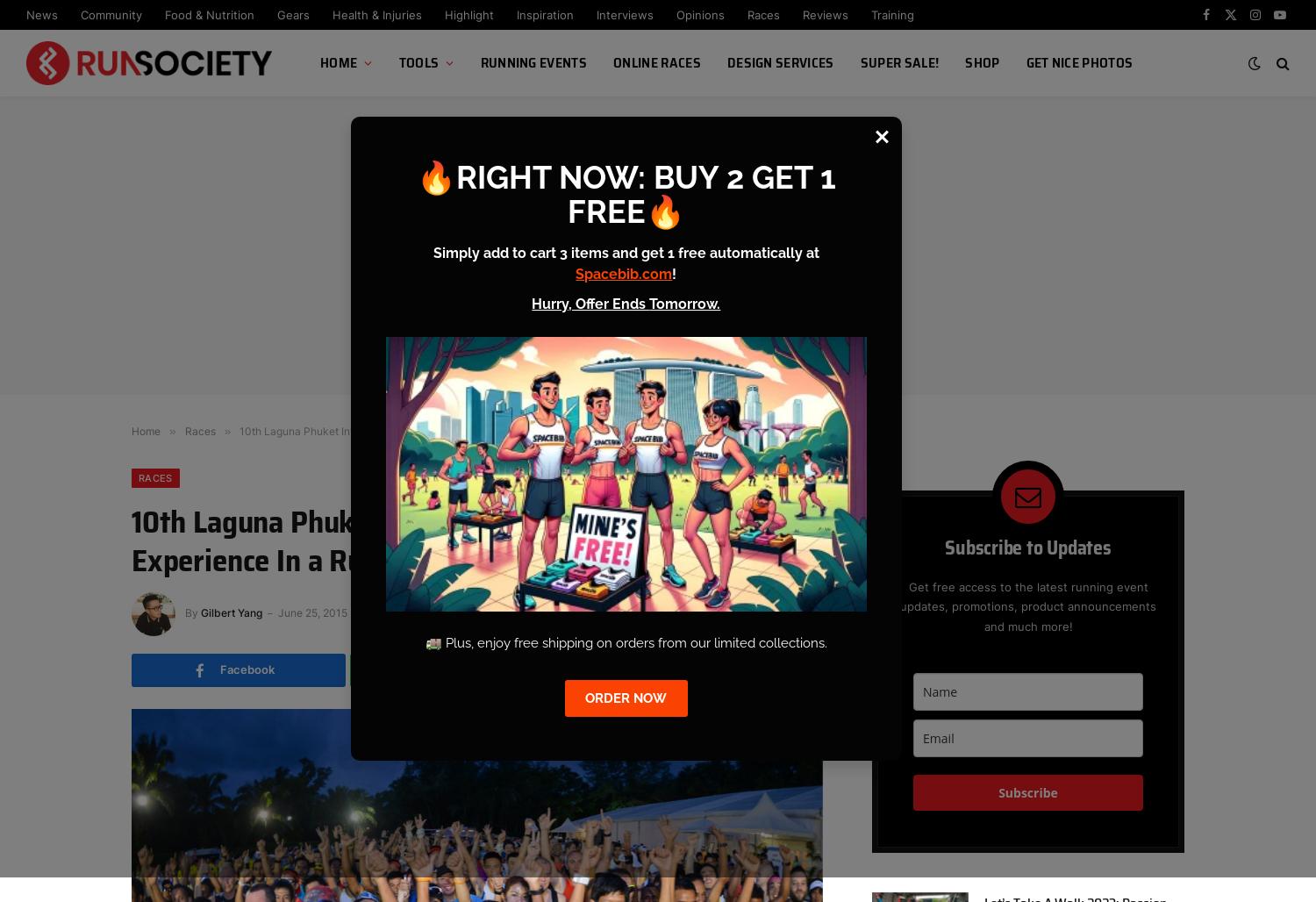  Describe the element at coordinates (475, 319) in the screenshot. I see `'Best Ideal Weight Calculator'` at that location.